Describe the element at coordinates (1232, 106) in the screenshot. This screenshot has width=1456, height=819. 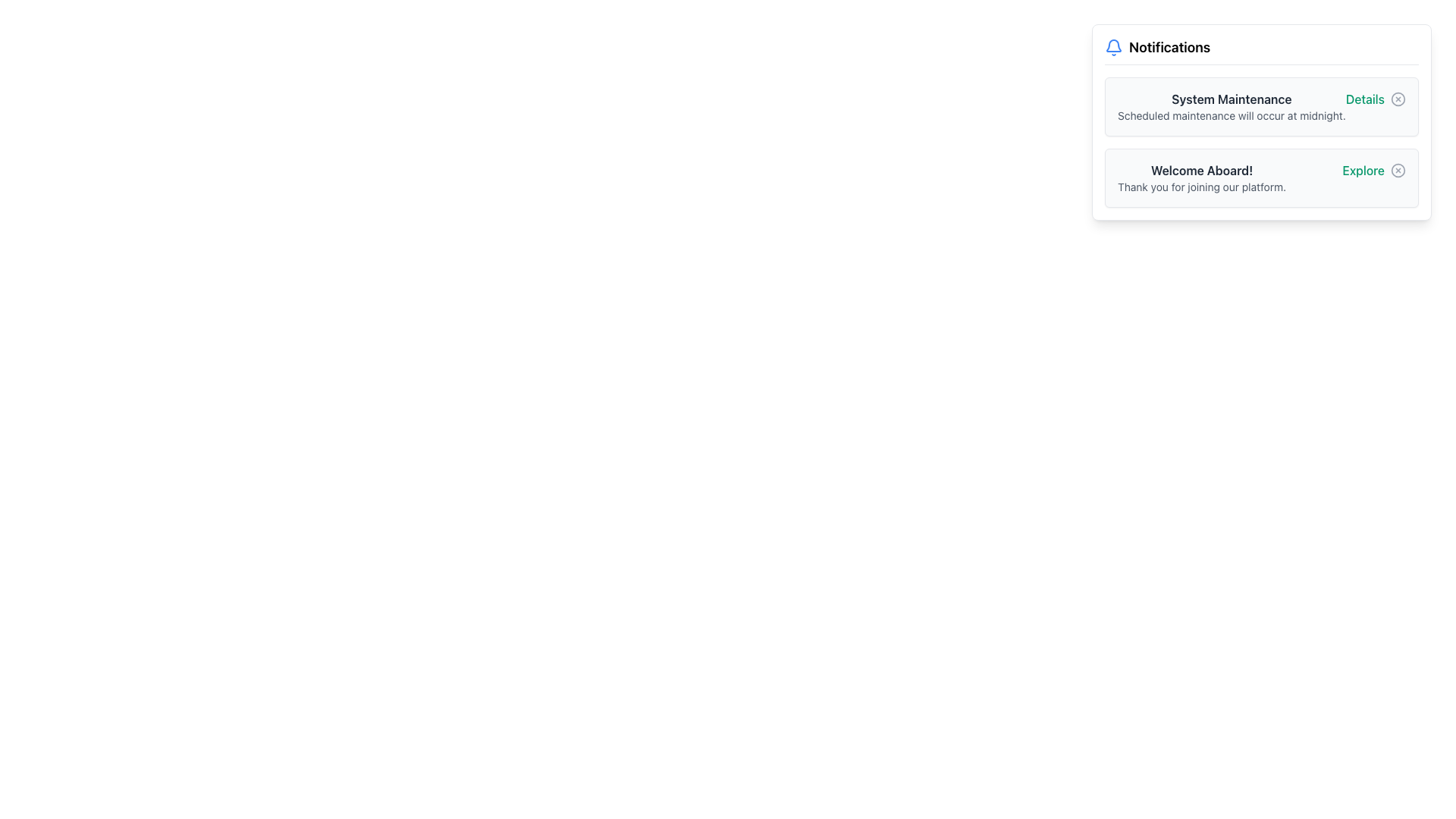
I see `the Text Block located in the top notification card, which serves as a notification title and description about scheduled system maintenance` at that location.